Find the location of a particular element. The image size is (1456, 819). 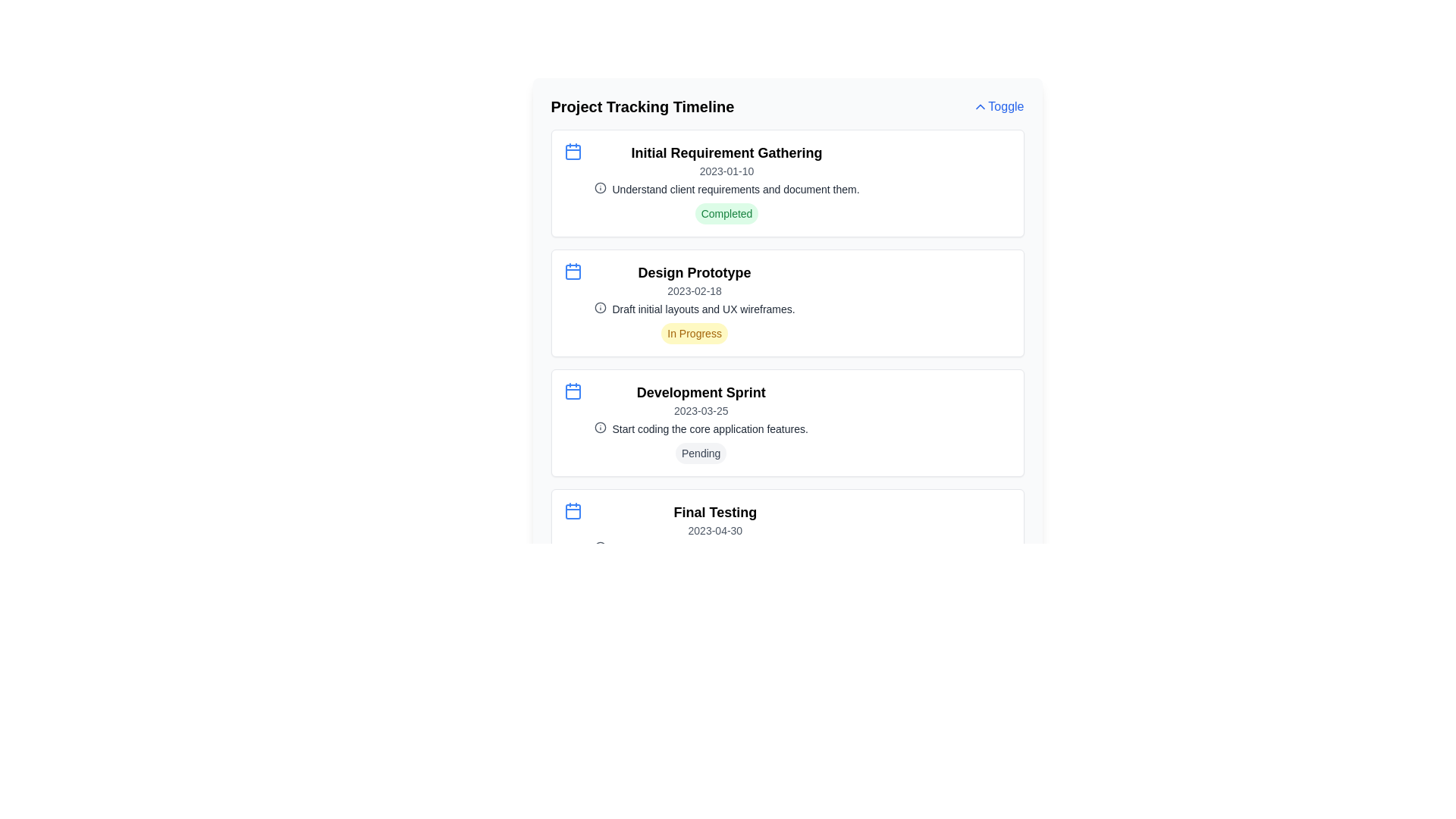

the 'Toggle' button, which features blue text and an upward-pointing chevron icon, to trigger the hover state that changes the text color to a darker blue is located at coordinates (998, 106).